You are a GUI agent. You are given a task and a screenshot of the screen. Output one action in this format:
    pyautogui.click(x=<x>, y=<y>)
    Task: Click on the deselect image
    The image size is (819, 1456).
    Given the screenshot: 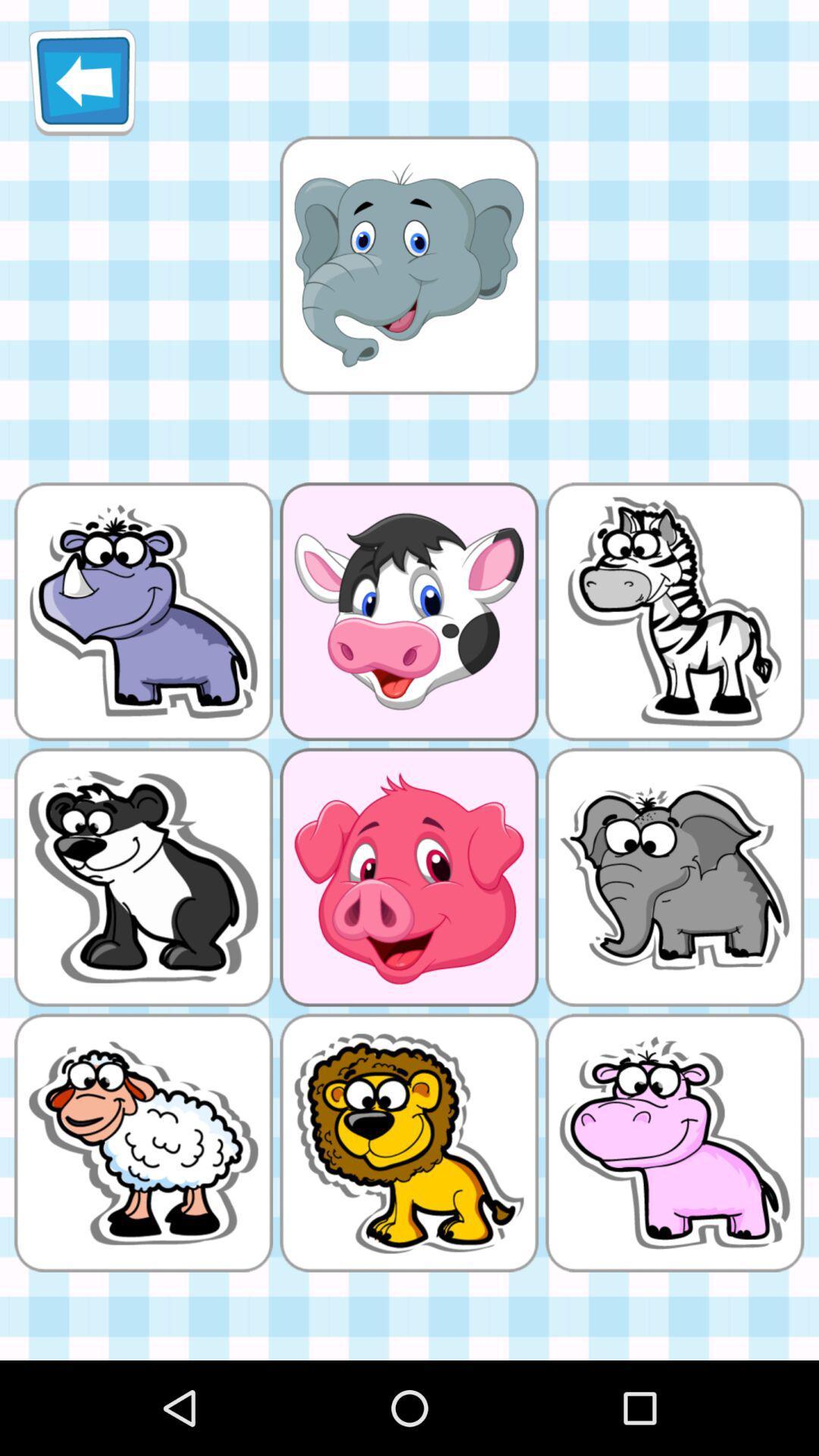 What is the action you would take?
    pyautogui.click(x=408, y=265)
    